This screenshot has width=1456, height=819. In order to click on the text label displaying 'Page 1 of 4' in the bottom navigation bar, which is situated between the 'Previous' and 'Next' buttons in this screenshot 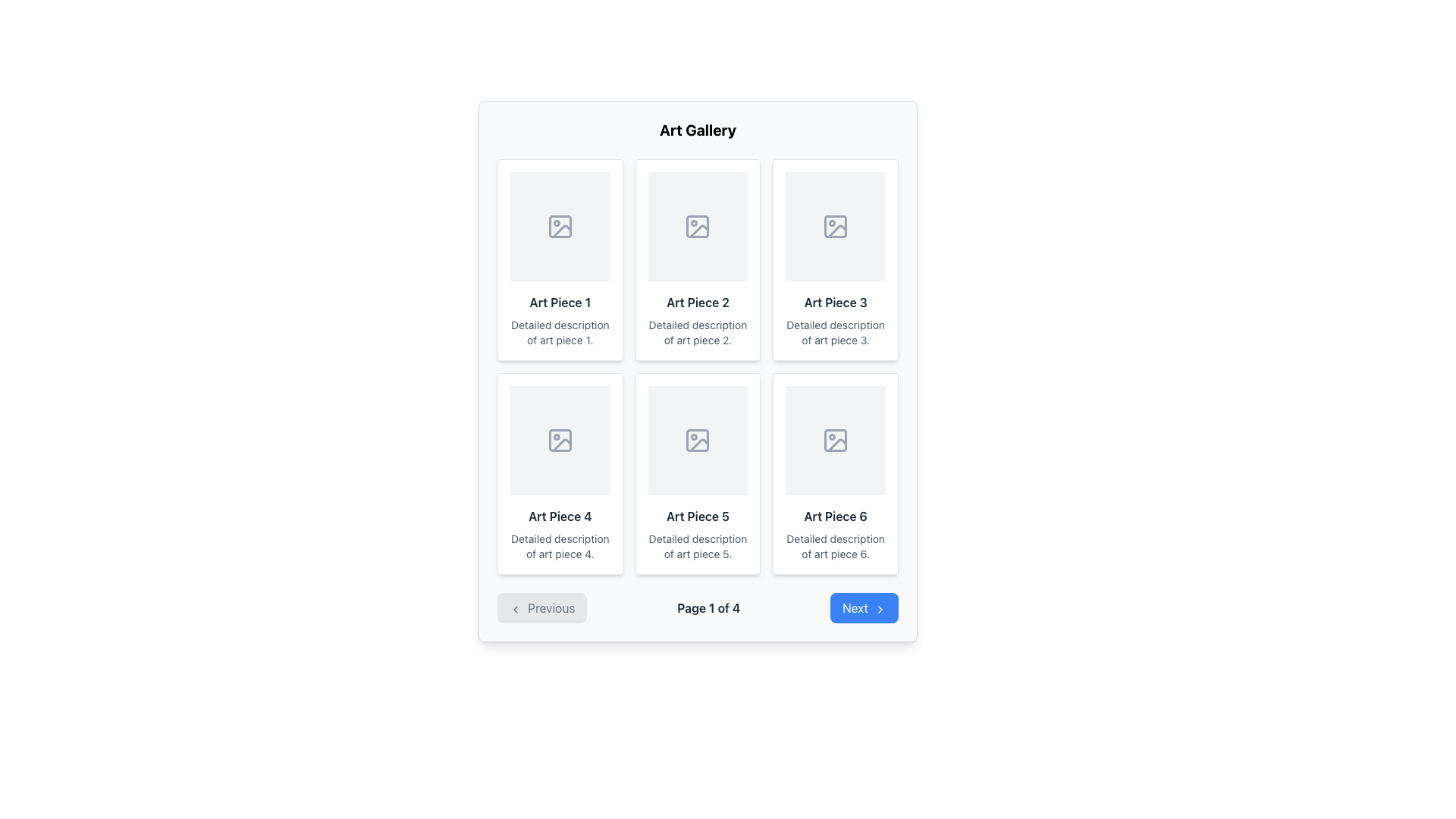, I will do `click(708, 607)`.